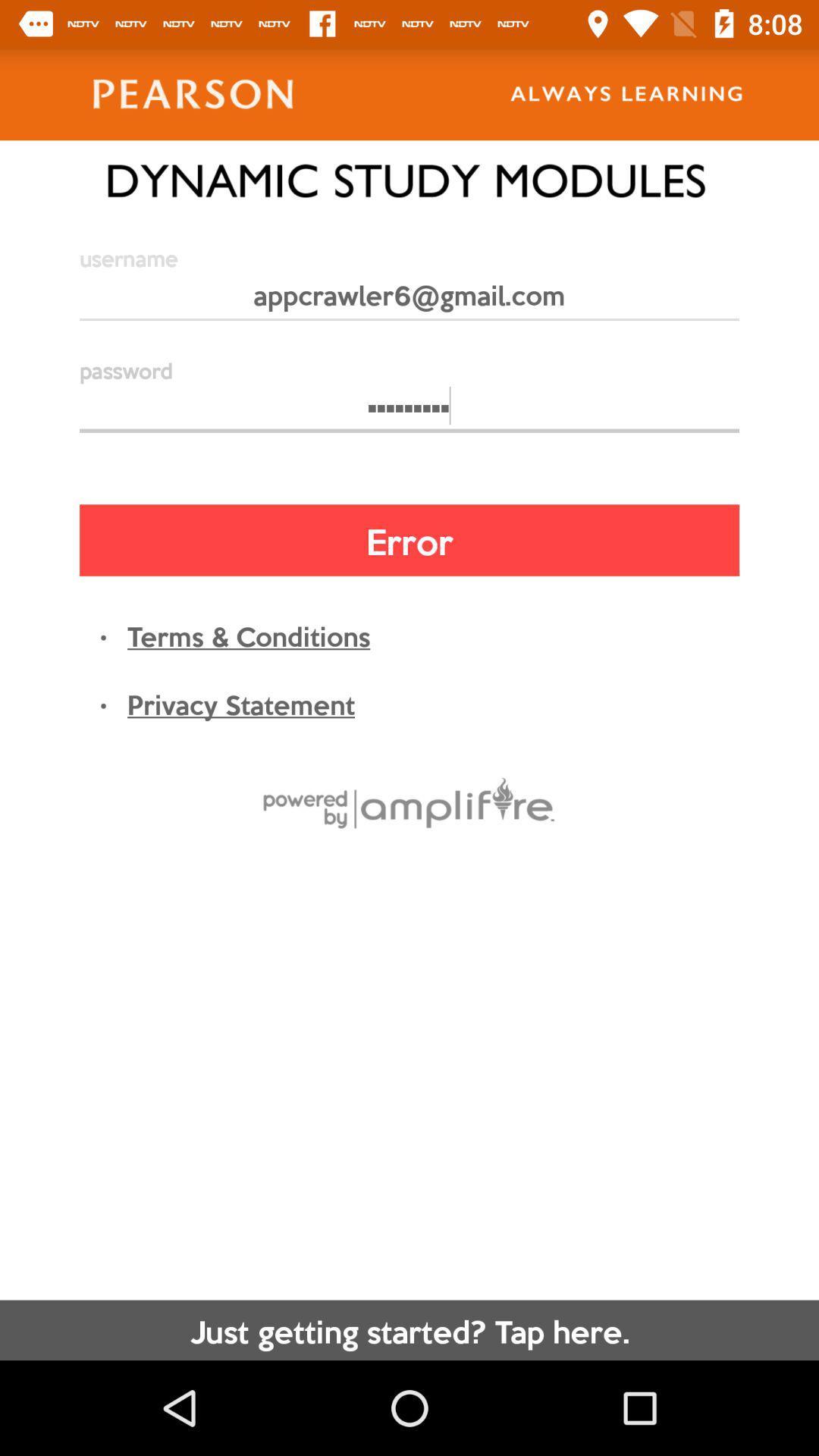  Describe the element at coordinates (240, 702) in the screenshot. I see `item below terms & conditions icon` at that location.